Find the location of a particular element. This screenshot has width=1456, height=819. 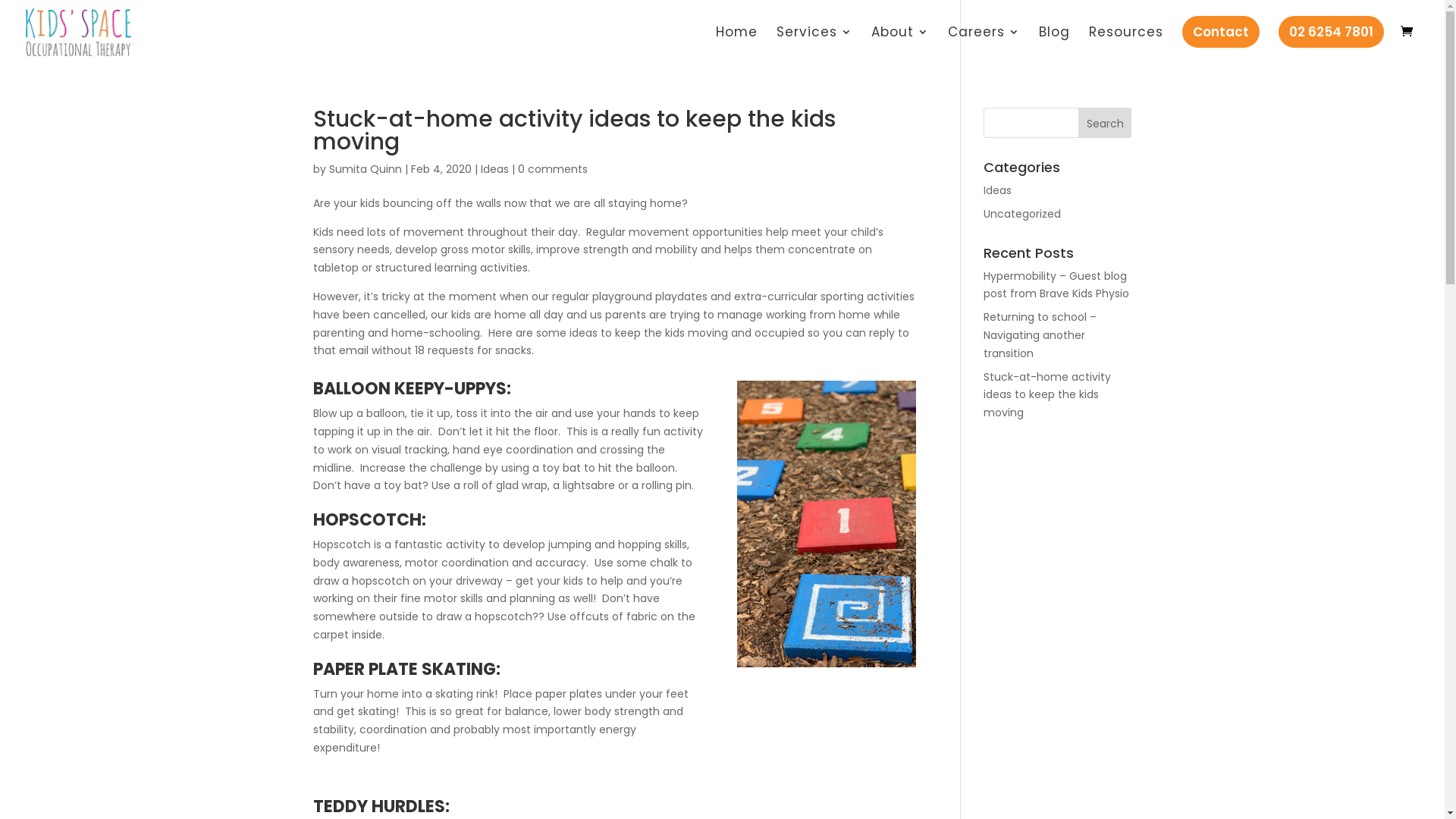

'Ideas' is located at coordinates (494, 169).